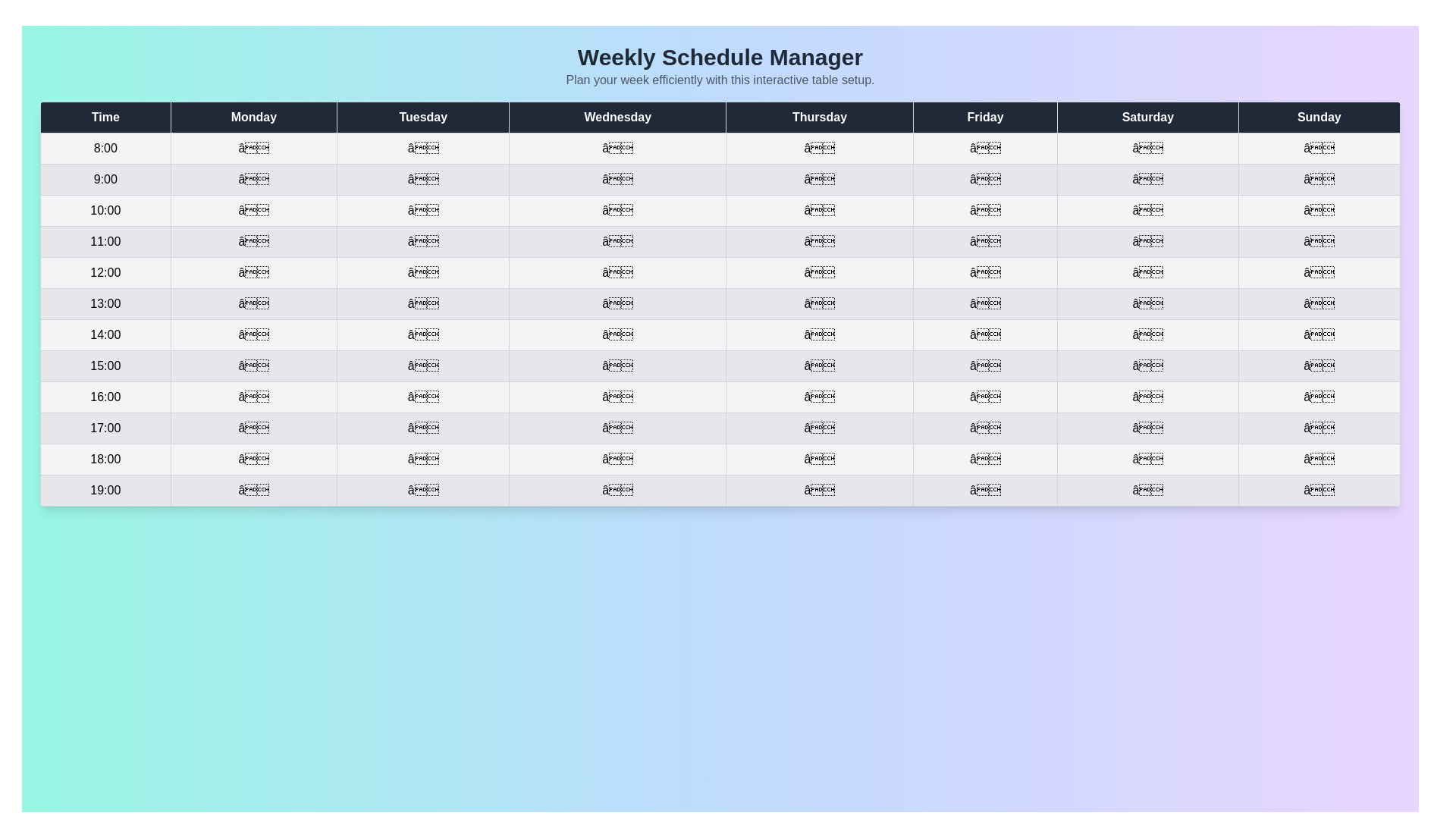 Image resolution: width=1456 pixels, height=819 pixels. What do you see at coordinates (105, 116) in the screenshot?
I see `the header of the column labeled Time to sort it` at bounding box center [105, 116].